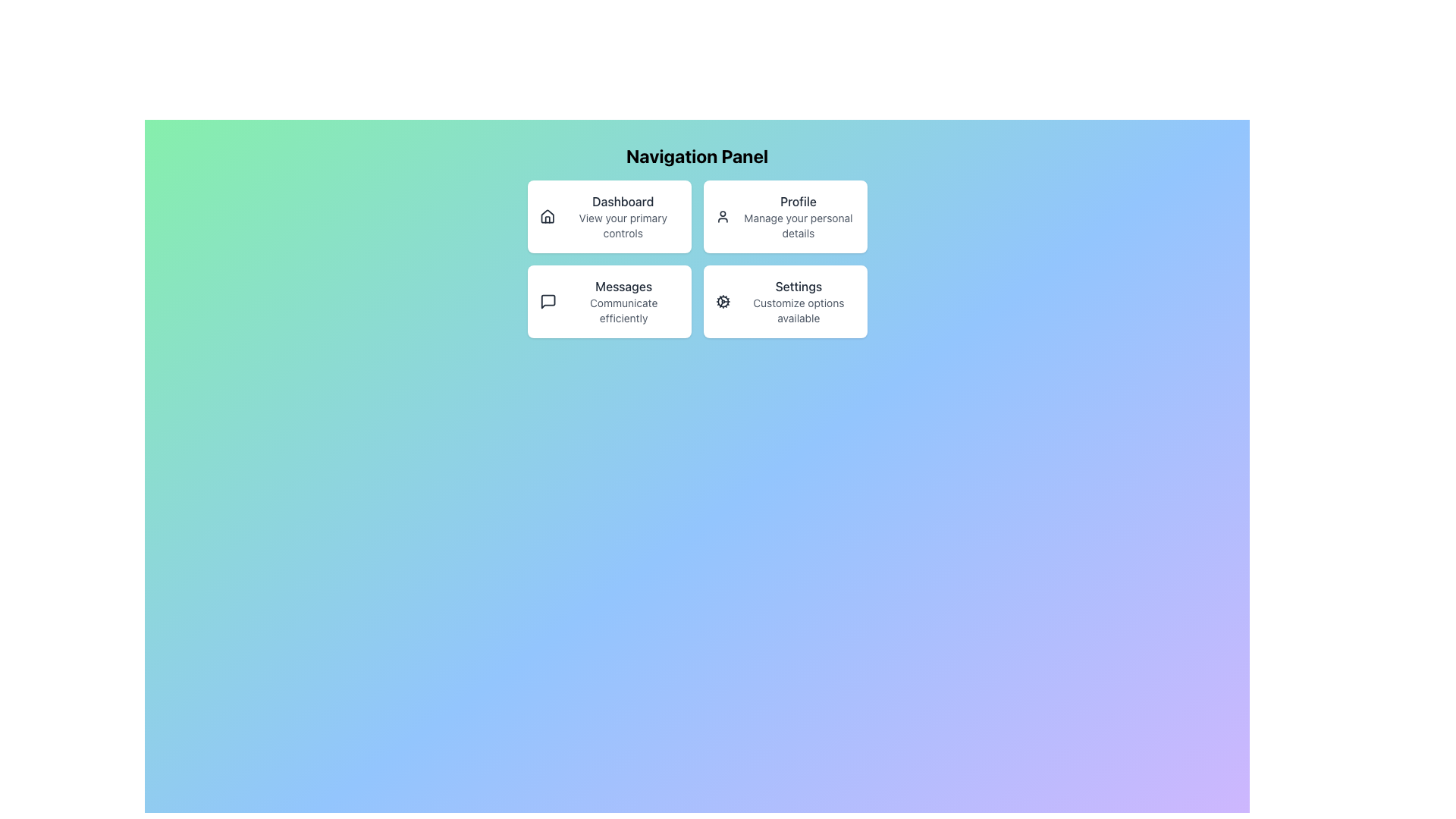 Image resolution: width=1456 pixels, height=819 pixels. I want to click on the static text label that reads 'Customize options available', which is styled in a small light gray font and located directly below the 'Settings' text within the bottom-right quadrant of the user interface, so click(798, 309).